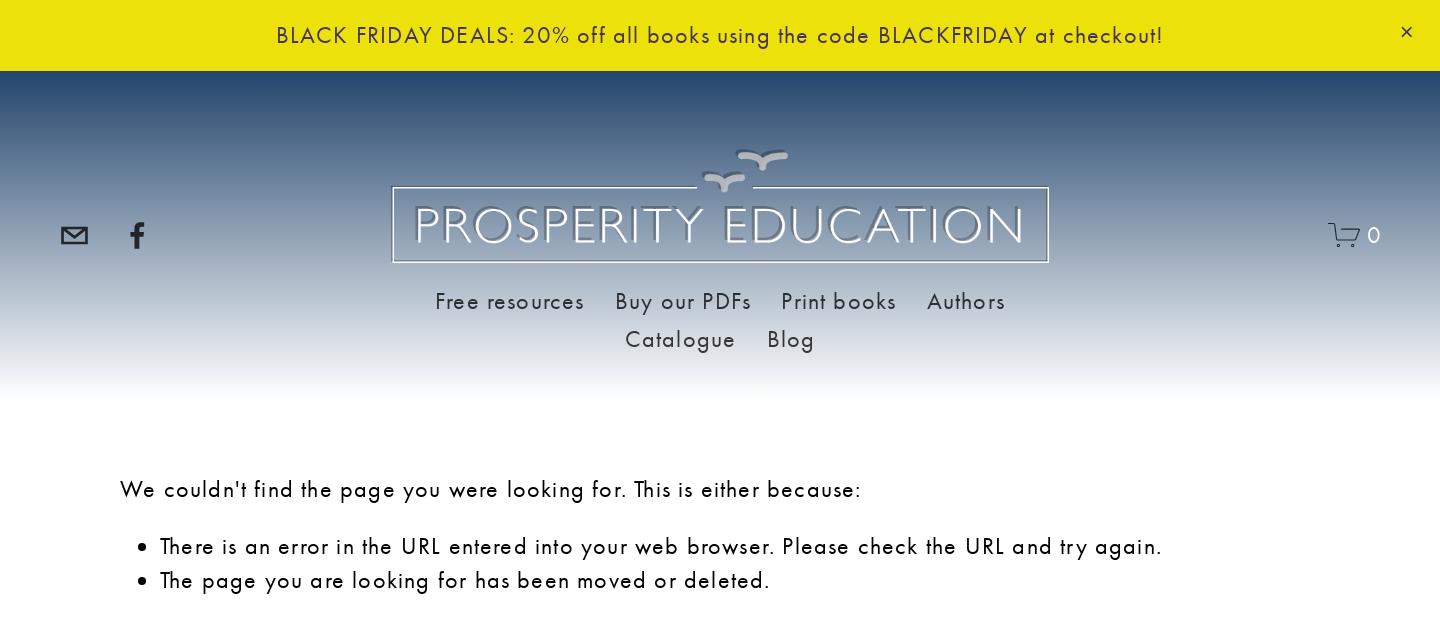 This screenshot has width=1440, height=617. What do you see at coordinates (964, 298) in the screenshot?
I see `'Authors'` at bounding box center [964, 298].